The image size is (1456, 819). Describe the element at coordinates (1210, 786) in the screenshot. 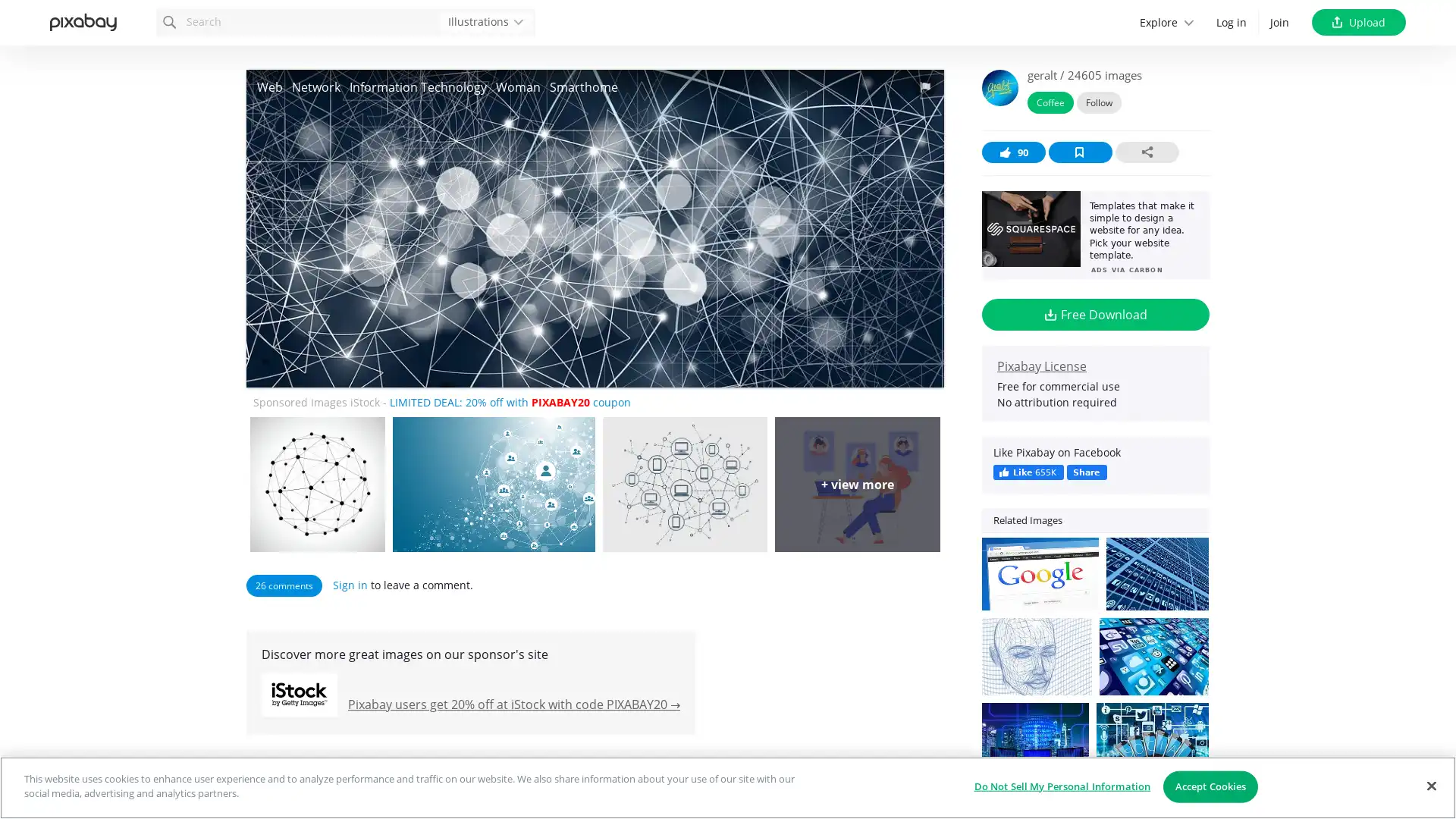

I see `Accept Cookies` at that location.